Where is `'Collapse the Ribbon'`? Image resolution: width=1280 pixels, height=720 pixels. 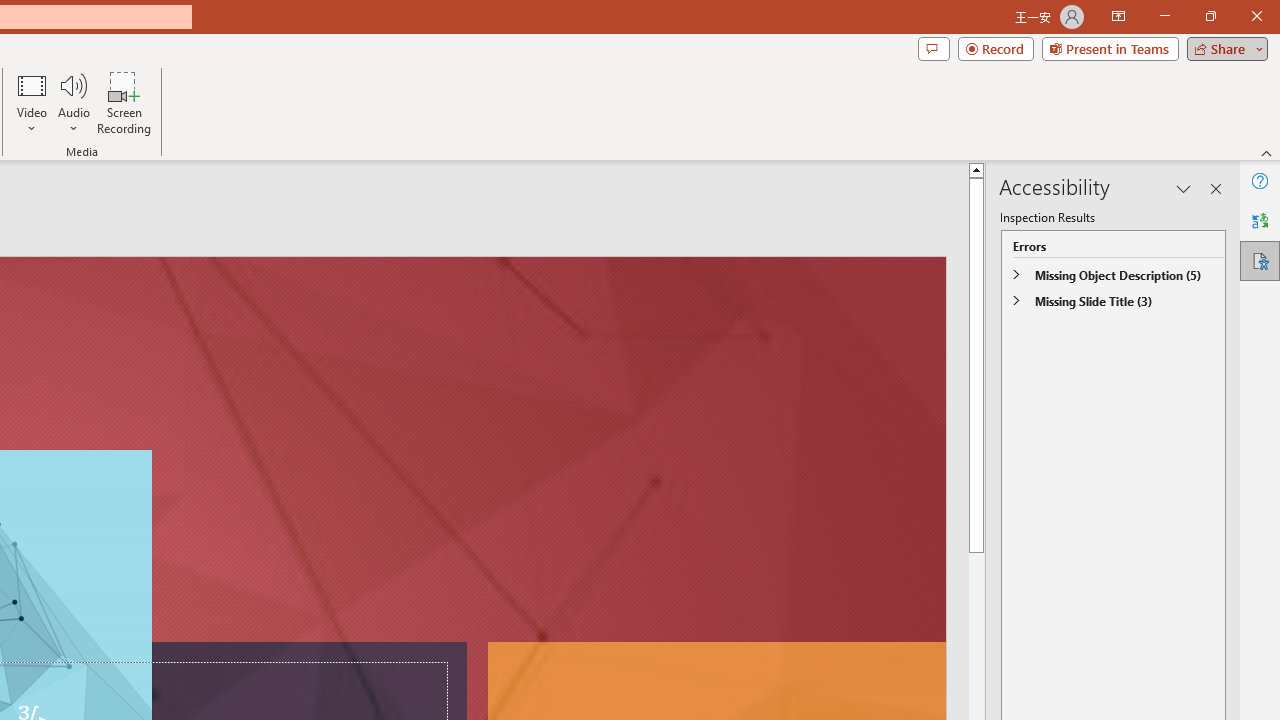 'Collapse the Ribbon' is located at coordinates (1266, 152).